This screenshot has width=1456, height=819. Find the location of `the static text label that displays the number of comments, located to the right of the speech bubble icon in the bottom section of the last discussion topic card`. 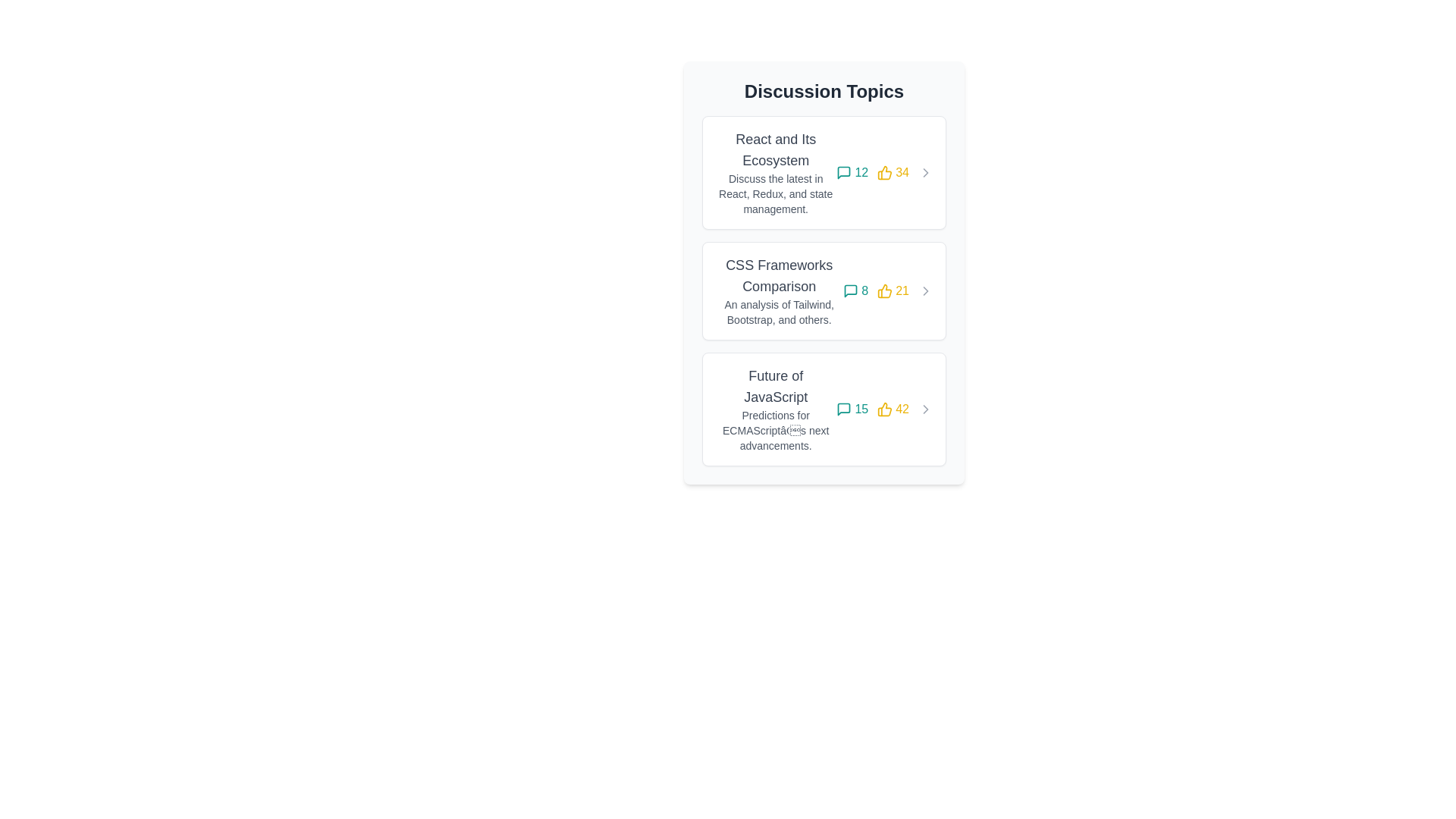

the static text label that displays the number of comments, located to the right of the speech bubble icon in the bottom section of the last discussion topic card is located at coordinates (861, 409).